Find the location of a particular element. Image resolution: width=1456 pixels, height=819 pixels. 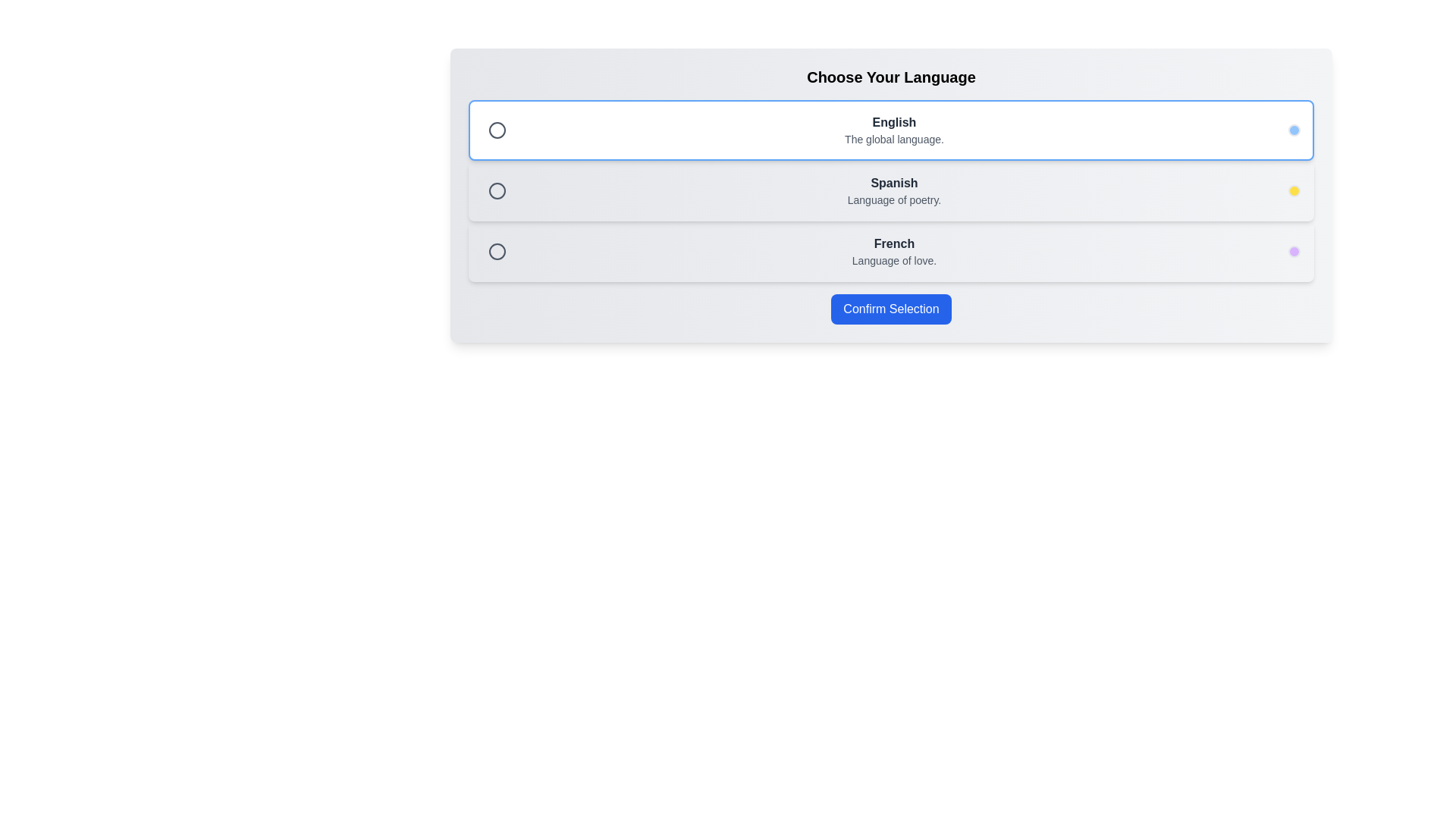

the small, circular, yellow-filled graphic indicator located at the right end of the row labeled 'Spanish' with the description 'Language of poetry.' is located at coordinates (1294, 190).